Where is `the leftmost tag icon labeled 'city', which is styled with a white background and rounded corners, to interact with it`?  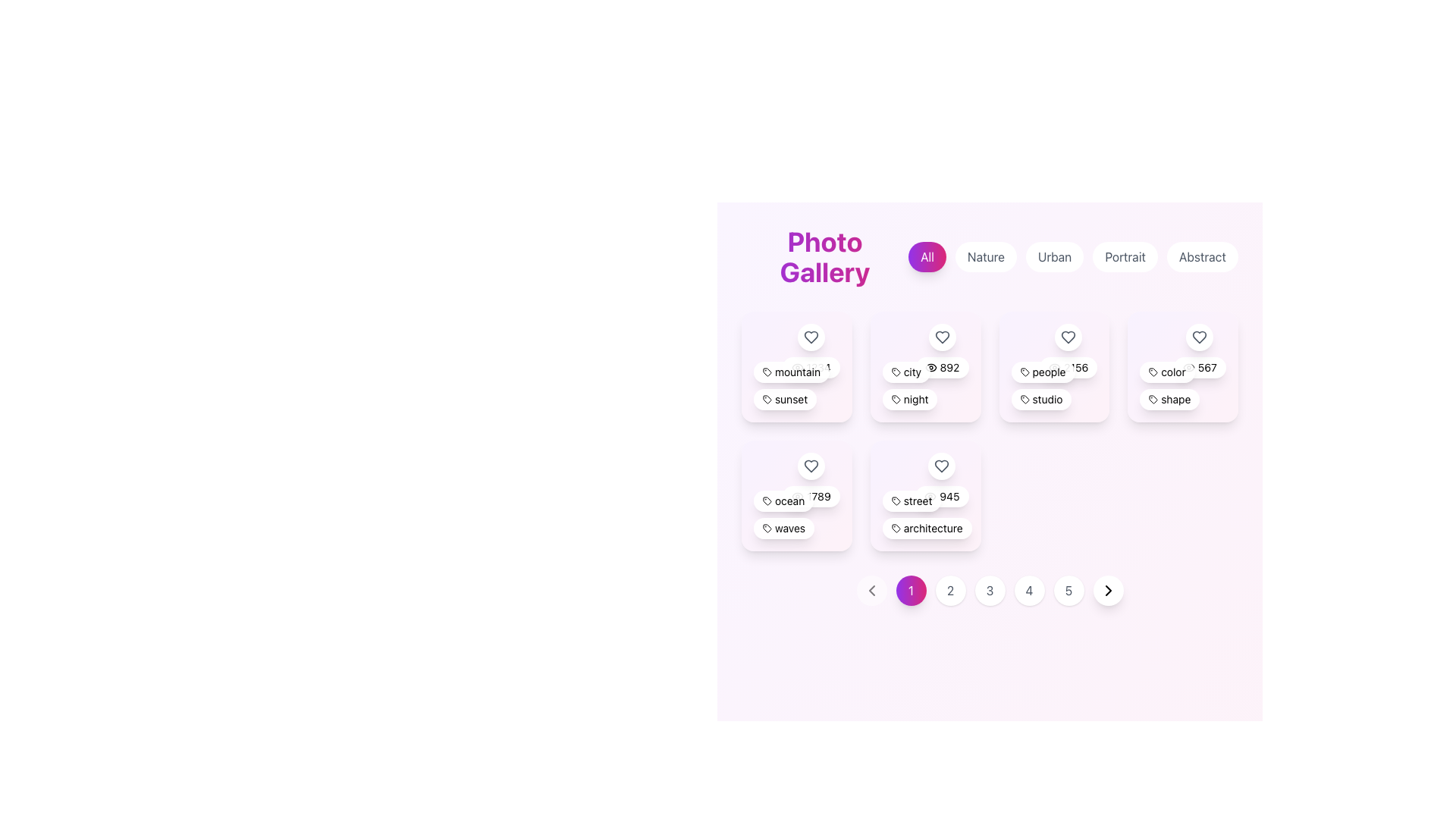
the leftmost tag icon labeled 'city', which is styled with a white background and rounded corners, to interact with it is located at coordinates (906, 371).